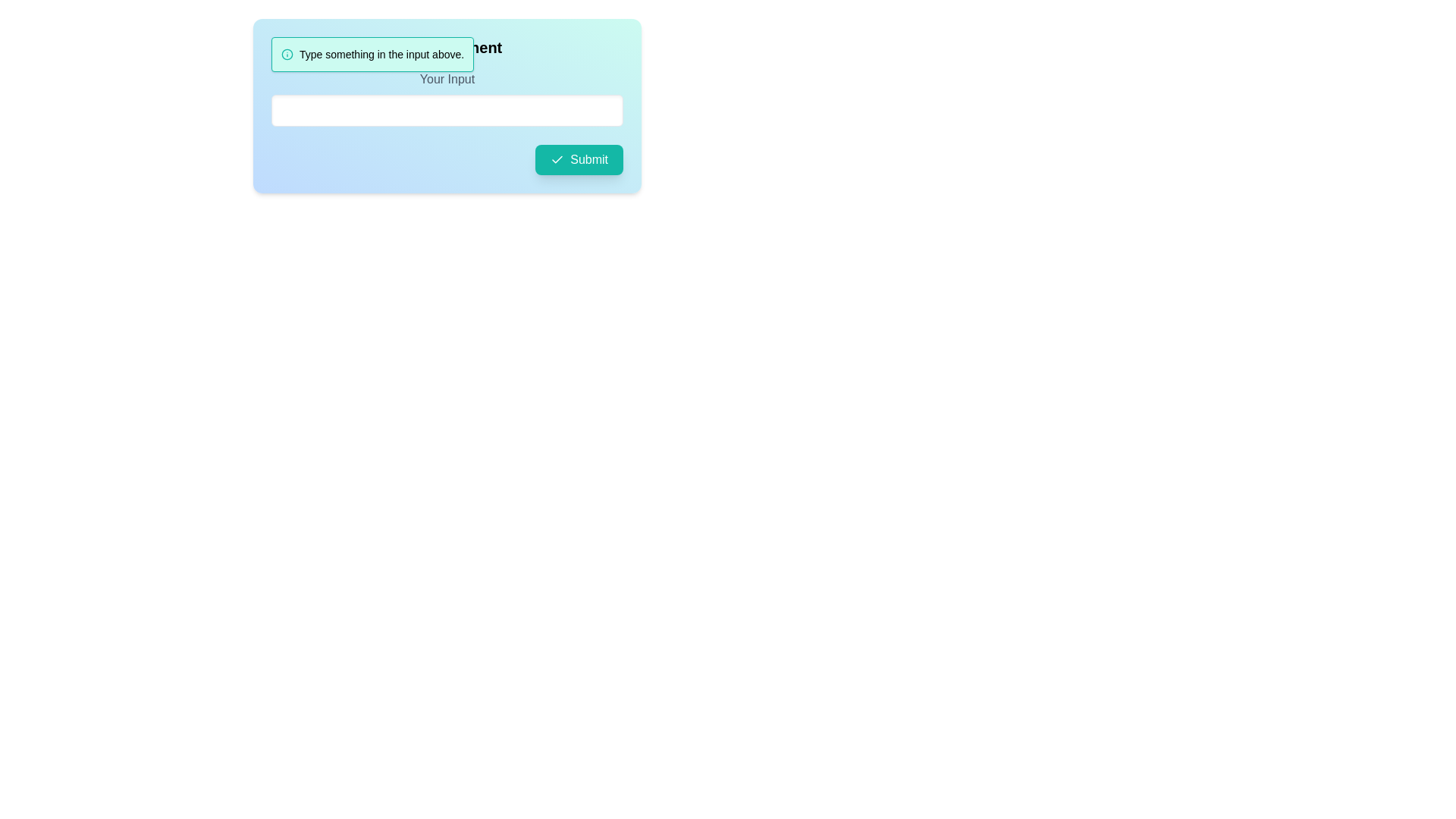  I want to click on SVG checkmark icon located to the left of the 'Submit' text within the teal button in the bottom-right corner of the interface, so click(557, 160).